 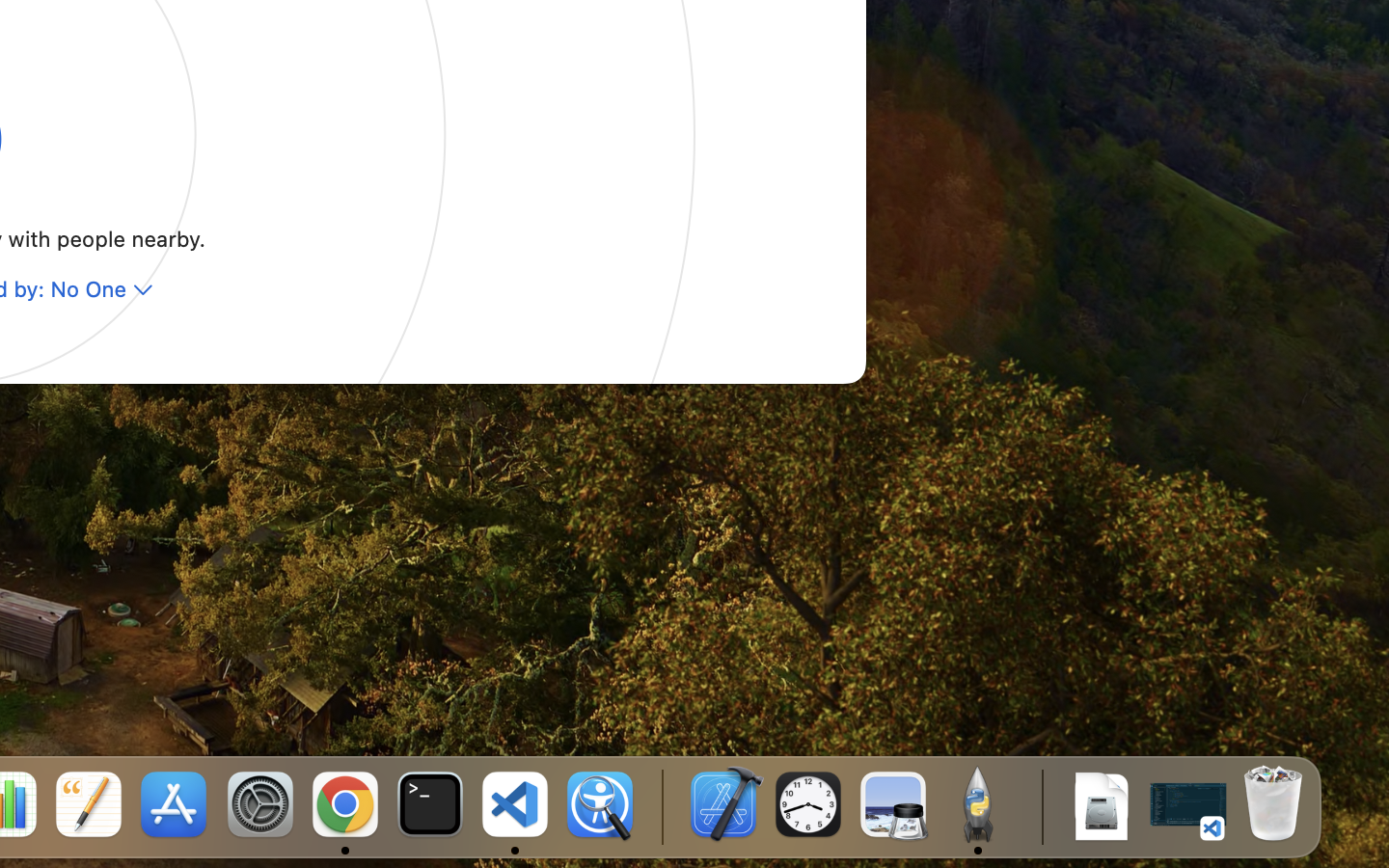 What do you see at coordinates (661, 805) in the screenshot?
I see `'0.4285714328289032'` at bounding box center [661, 805].